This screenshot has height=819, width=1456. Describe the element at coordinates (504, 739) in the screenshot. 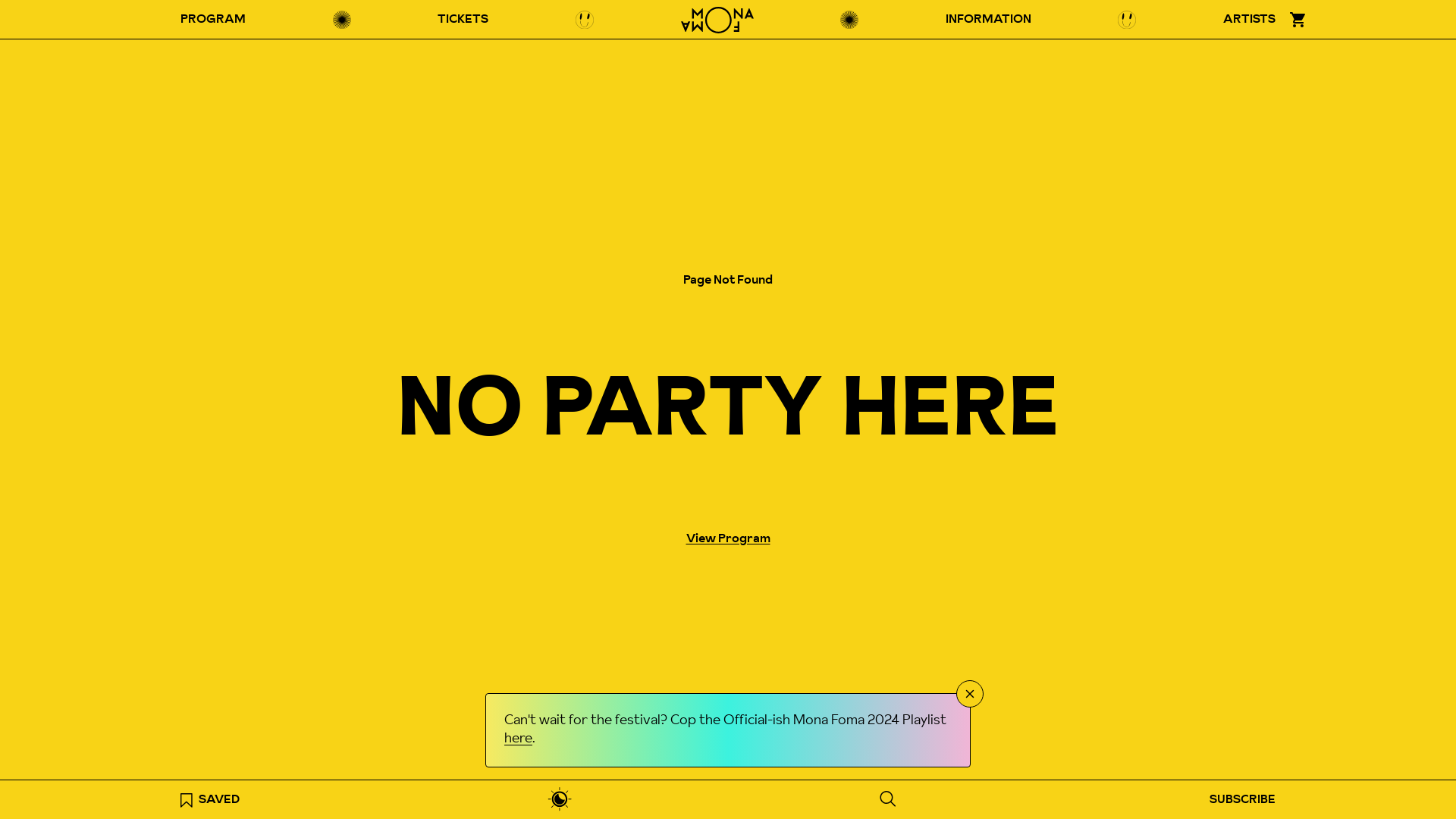

I see `'here'` at that location.